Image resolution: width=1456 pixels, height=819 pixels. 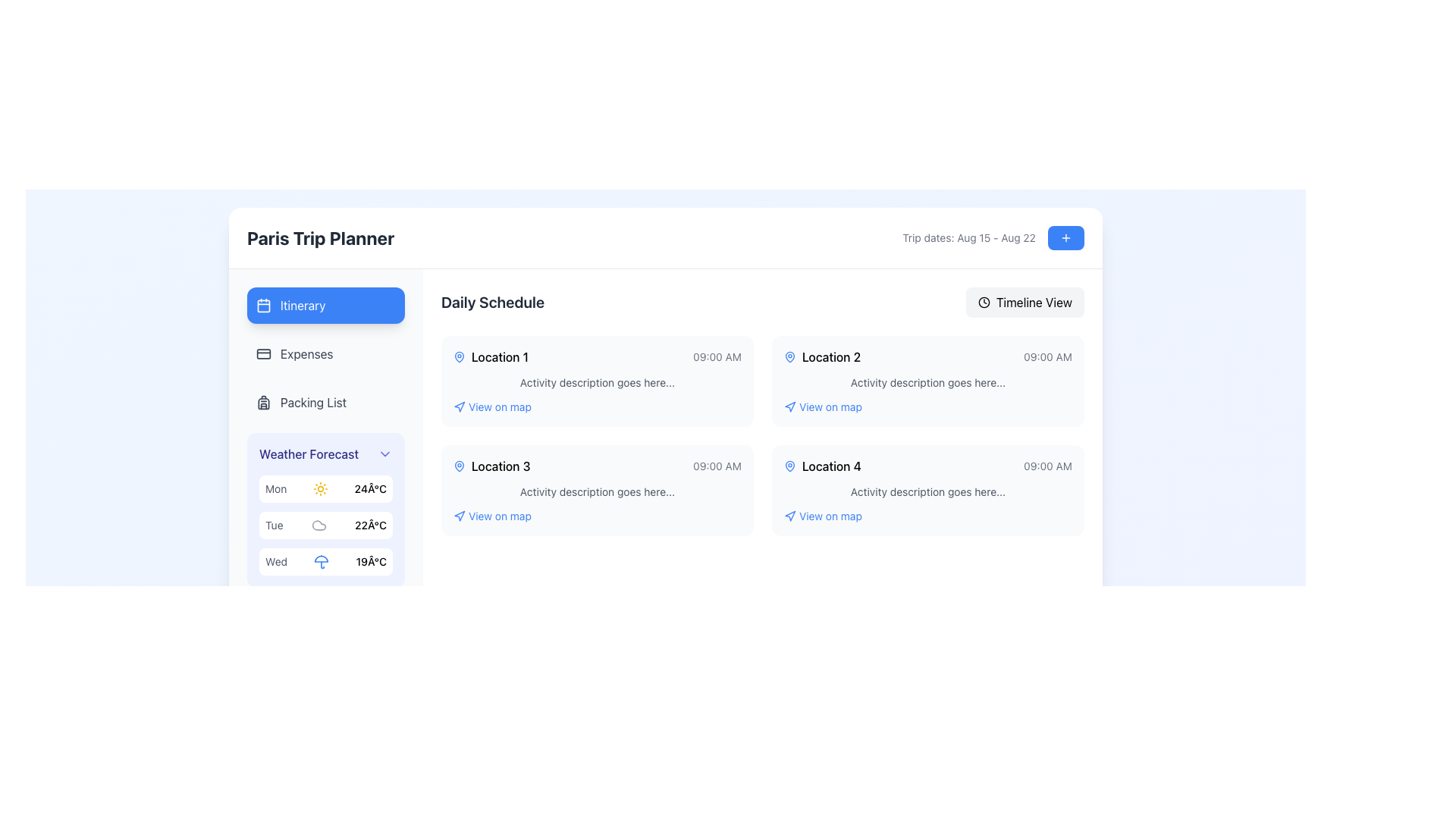 I want to click on the blue location marker icon that is adjacent to the text 'View on map' under 'Location 2' in the schedule interface, so click(x=789, y=406).